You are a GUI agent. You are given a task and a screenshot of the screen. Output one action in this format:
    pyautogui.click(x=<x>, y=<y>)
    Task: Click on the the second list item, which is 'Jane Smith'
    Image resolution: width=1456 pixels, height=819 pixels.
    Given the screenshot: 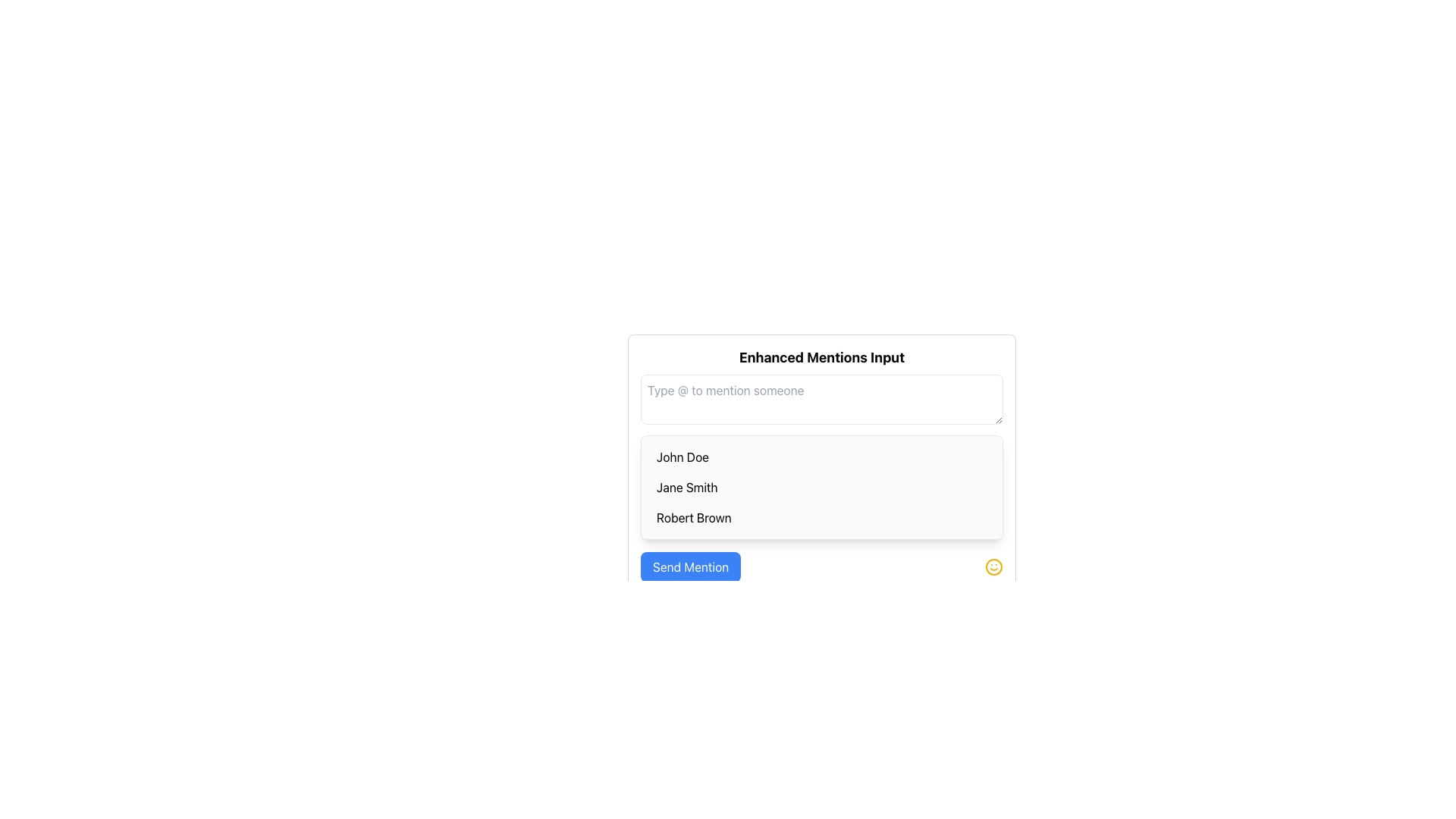 What is the action you would take?
    pyautogui.click(x=821, y=488)
    